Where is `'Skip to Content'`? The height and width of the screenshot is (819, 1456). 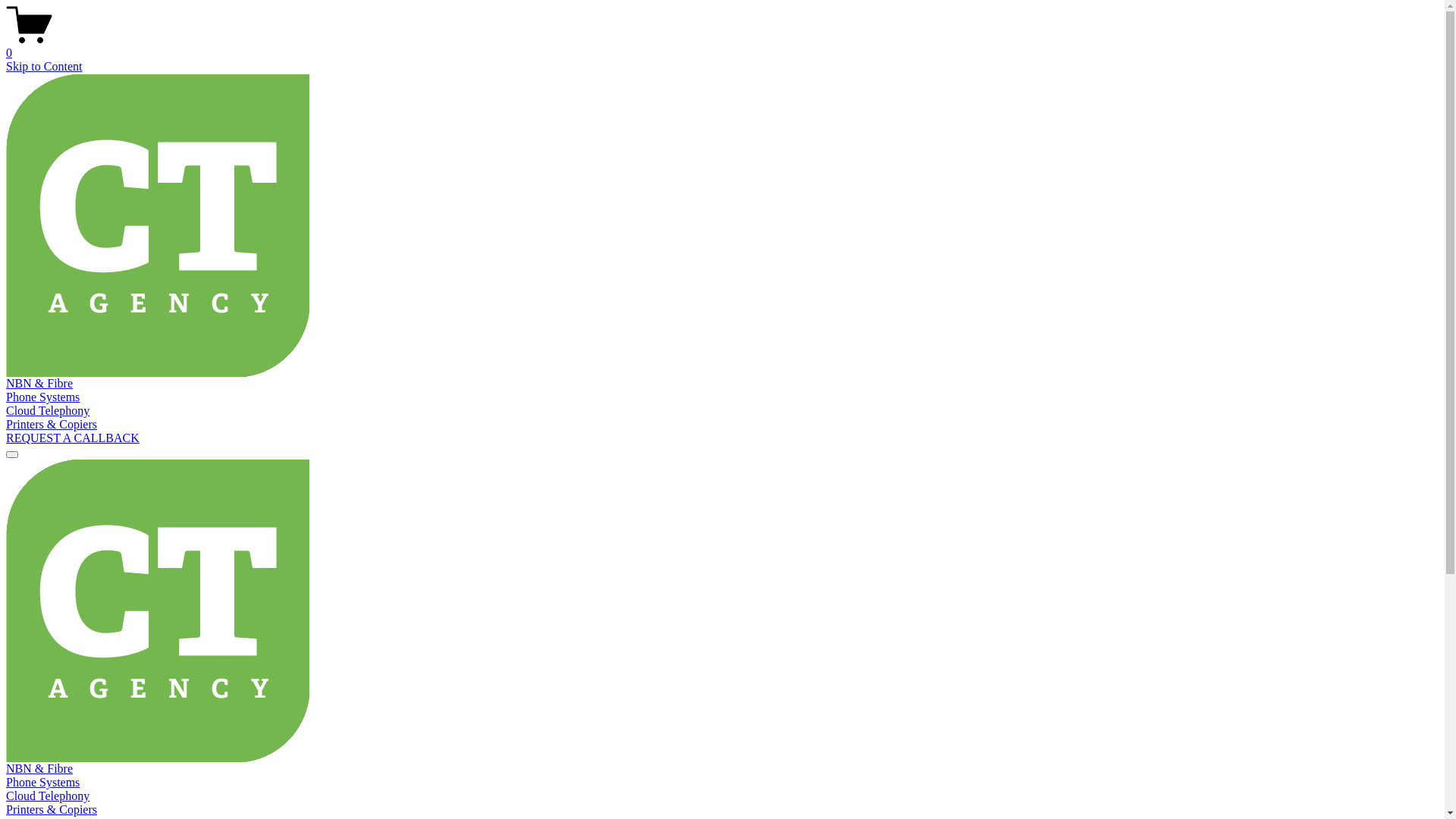
'Skip to Content' is located at coordinates (6, 65).